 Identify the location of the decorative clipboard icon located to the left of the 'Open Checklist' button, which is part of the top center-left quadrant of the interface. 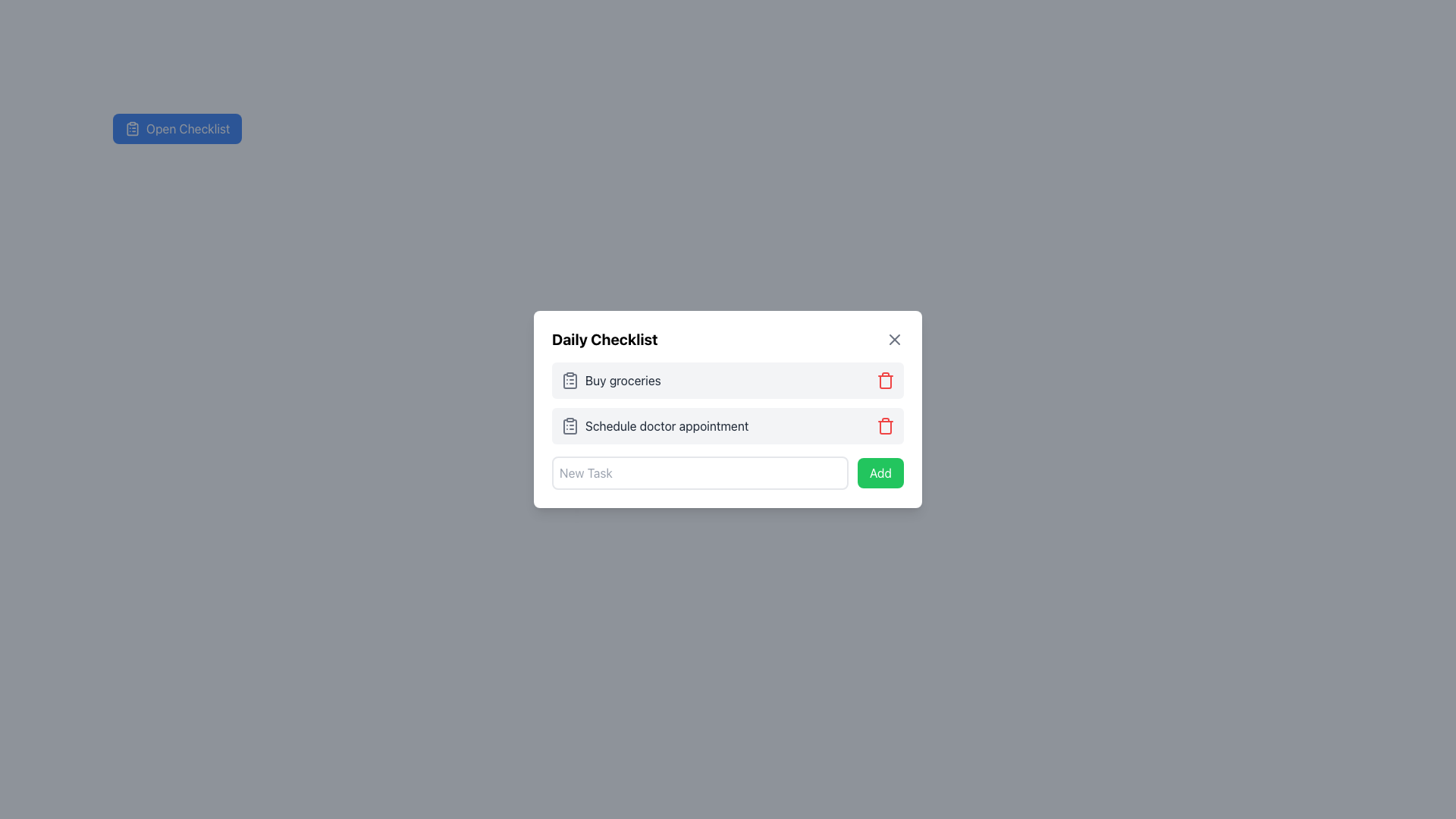
(132, 127).